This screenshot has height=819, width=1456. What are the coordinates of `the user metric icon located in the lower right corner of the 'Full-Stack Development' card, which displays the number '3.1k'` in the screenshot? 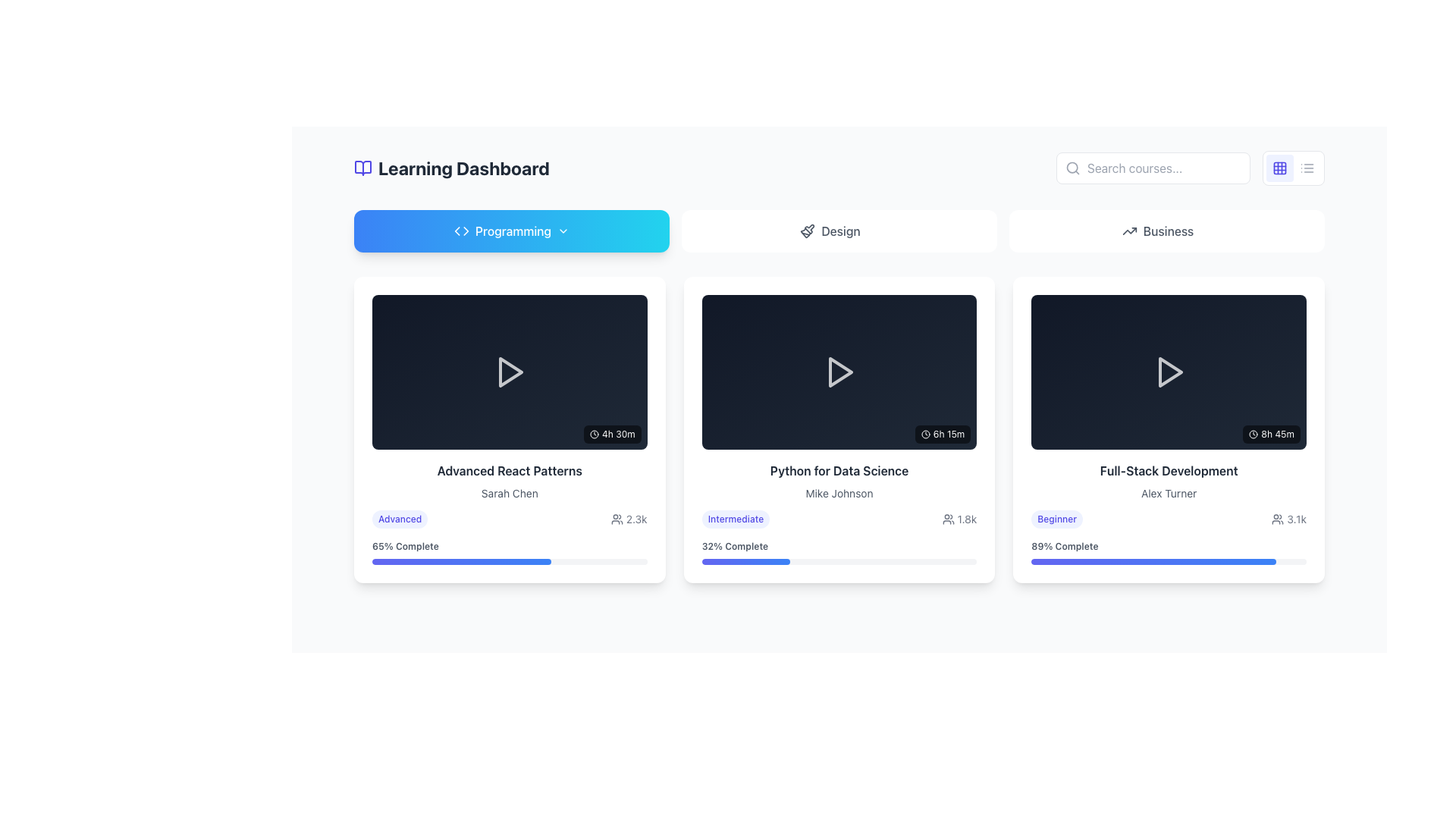 It's located at (1277, 518).